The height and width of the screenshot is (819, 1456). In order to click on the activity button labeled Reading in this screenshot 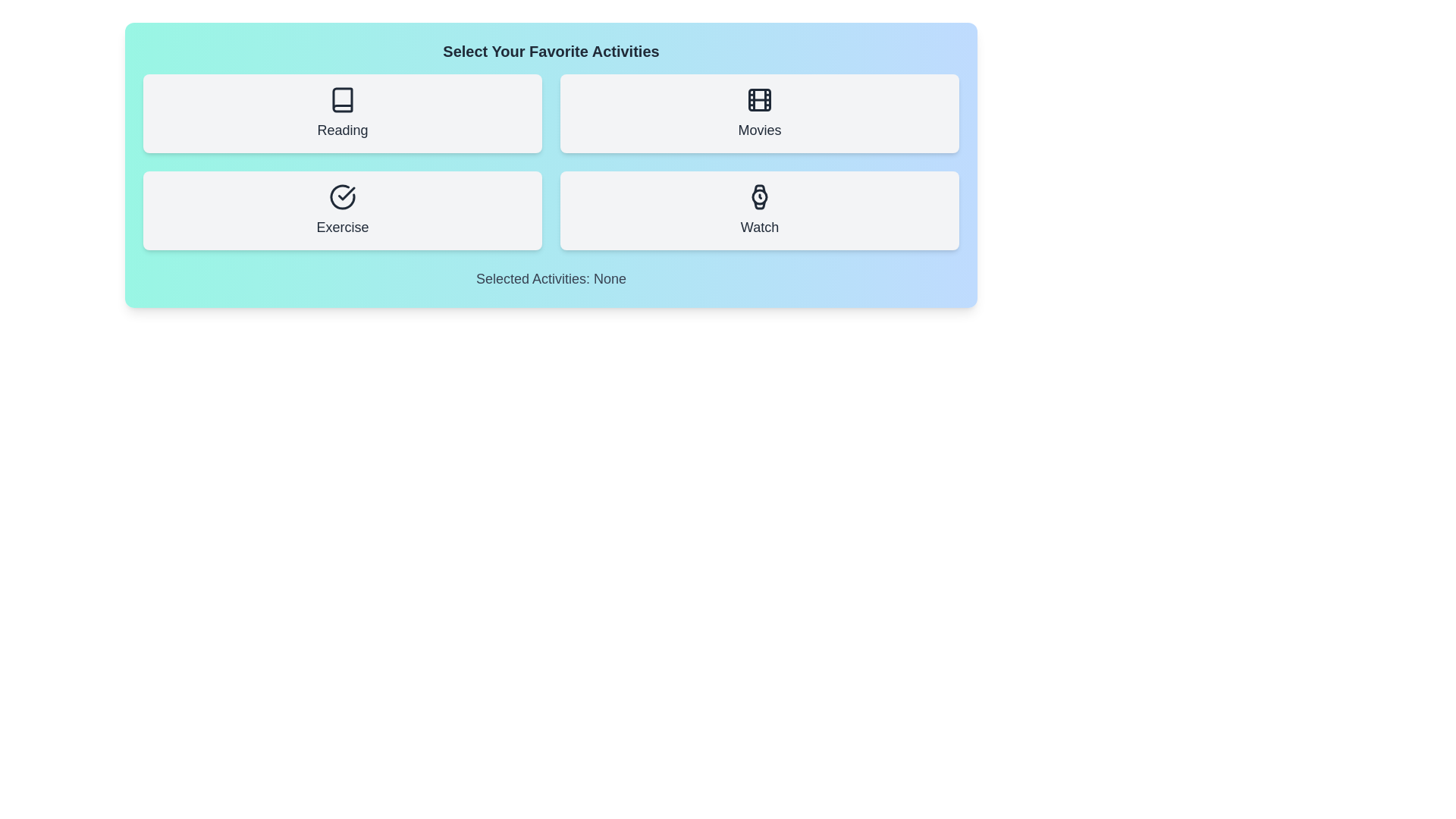, I will do `click(341, 113)`.